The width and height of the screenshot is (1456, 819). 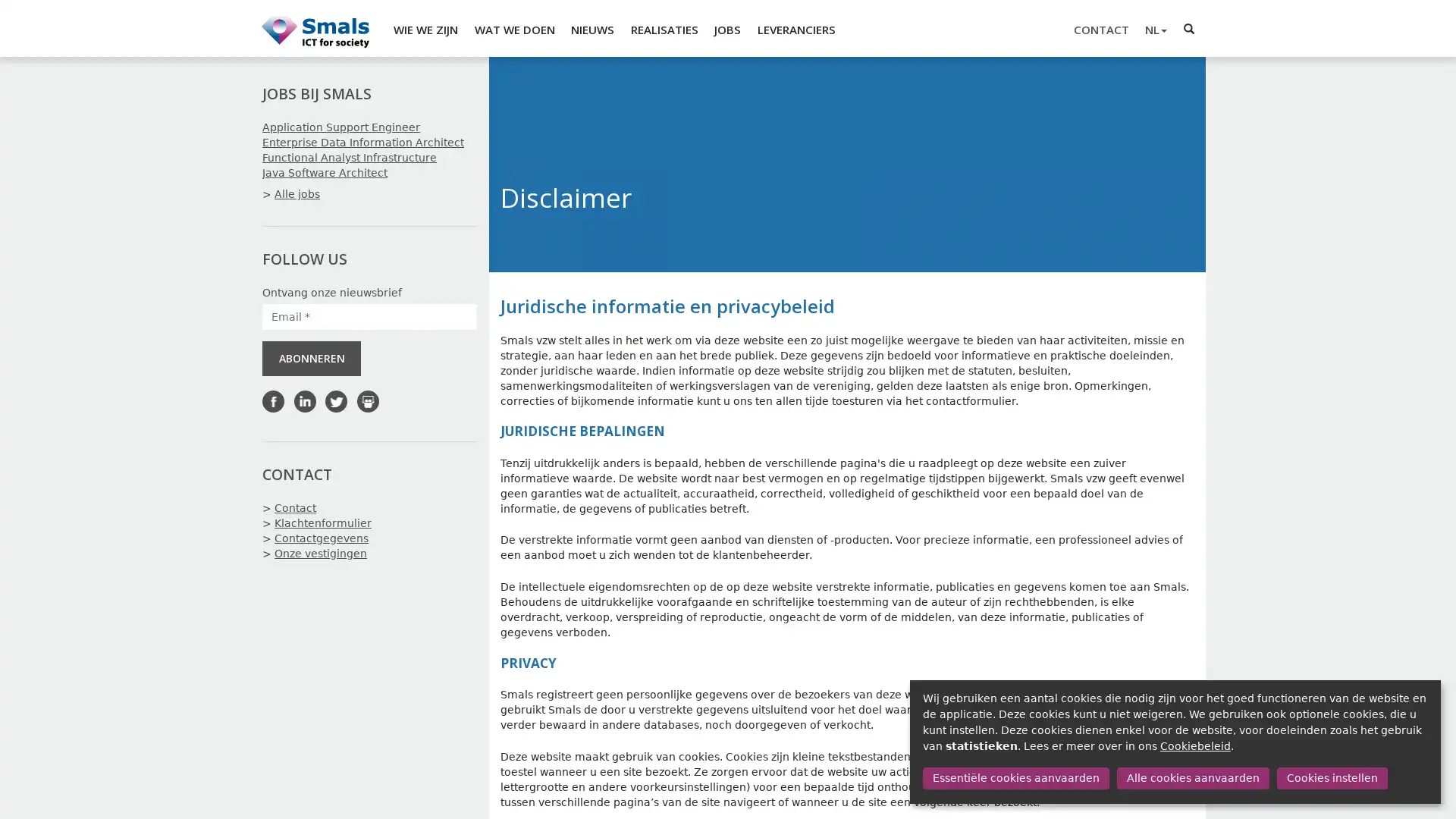 What do you see at coordinates (311, 359) in the screenshot?
I see `ABONNEREN` at bounding box center [311, 359].